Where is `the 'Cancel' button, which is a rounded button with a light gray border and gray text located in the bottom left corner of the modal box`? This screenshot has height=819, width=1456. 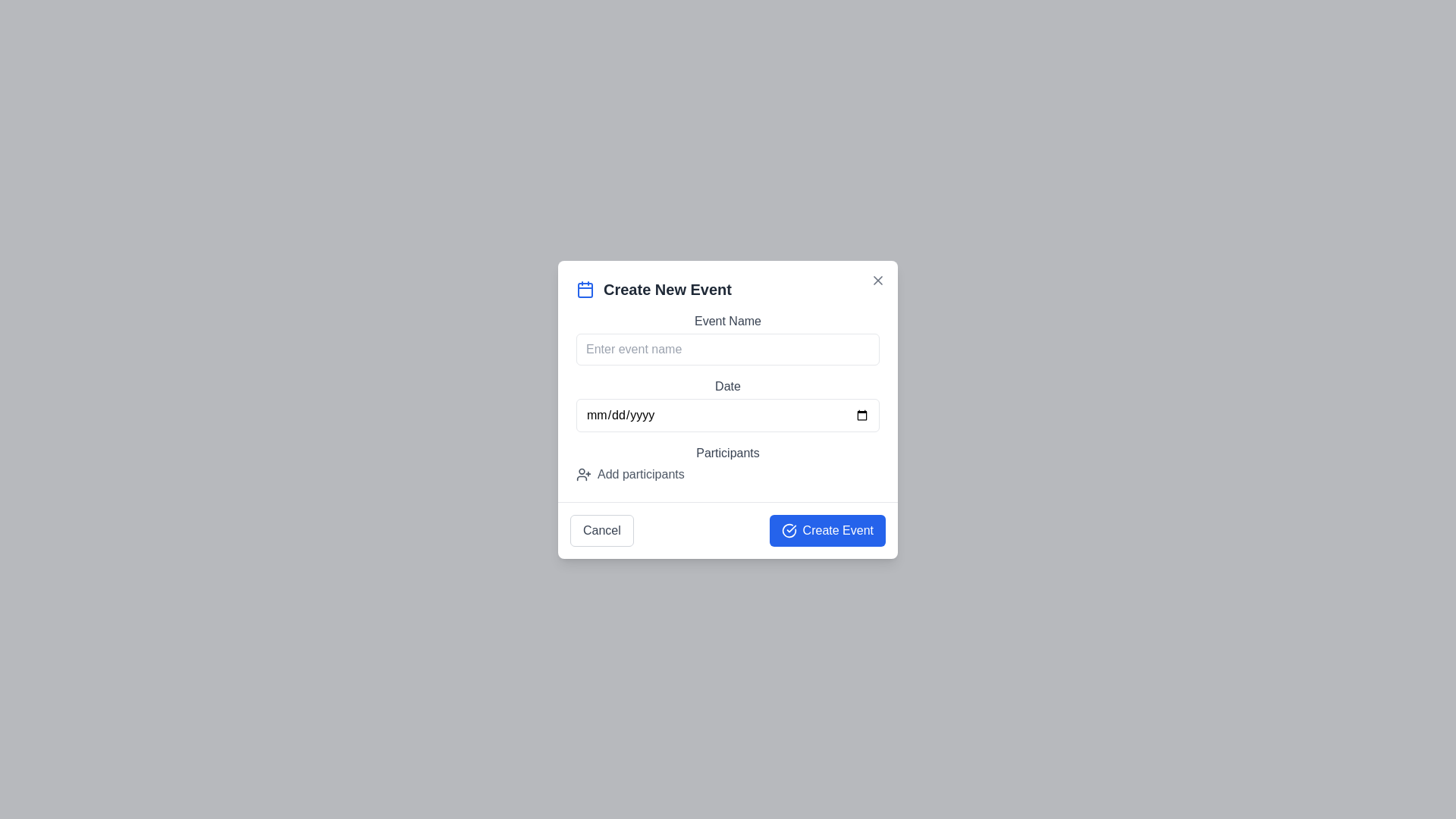 the 'Cancel' button, which is a rounded button with a light gray border and gray text located in the bottom left corner of the modal box is located at coordinates (601, 529).